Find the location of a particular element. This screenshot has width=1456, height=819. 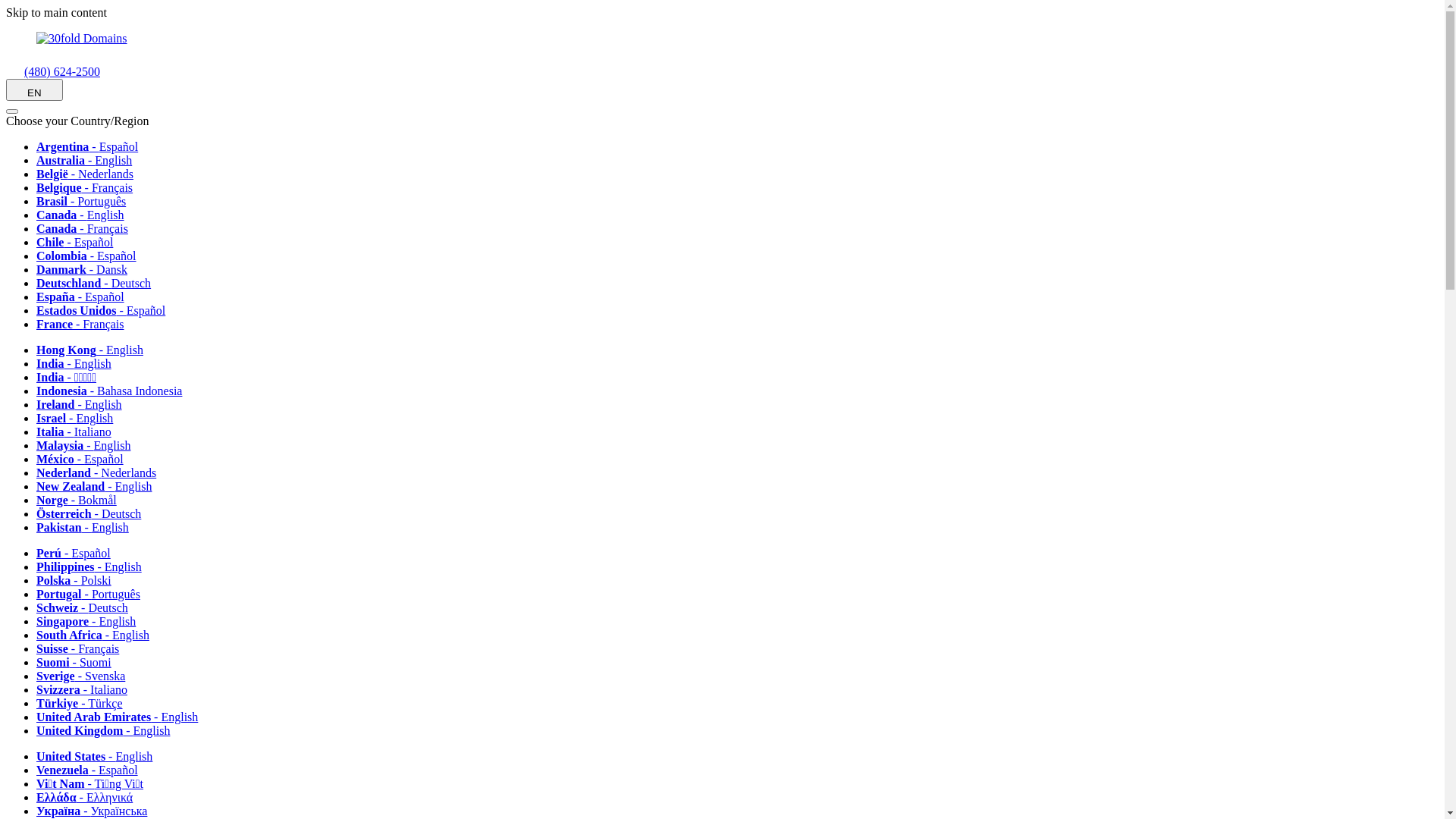

'Pakistan - English' is located at coordinates (86, 526).